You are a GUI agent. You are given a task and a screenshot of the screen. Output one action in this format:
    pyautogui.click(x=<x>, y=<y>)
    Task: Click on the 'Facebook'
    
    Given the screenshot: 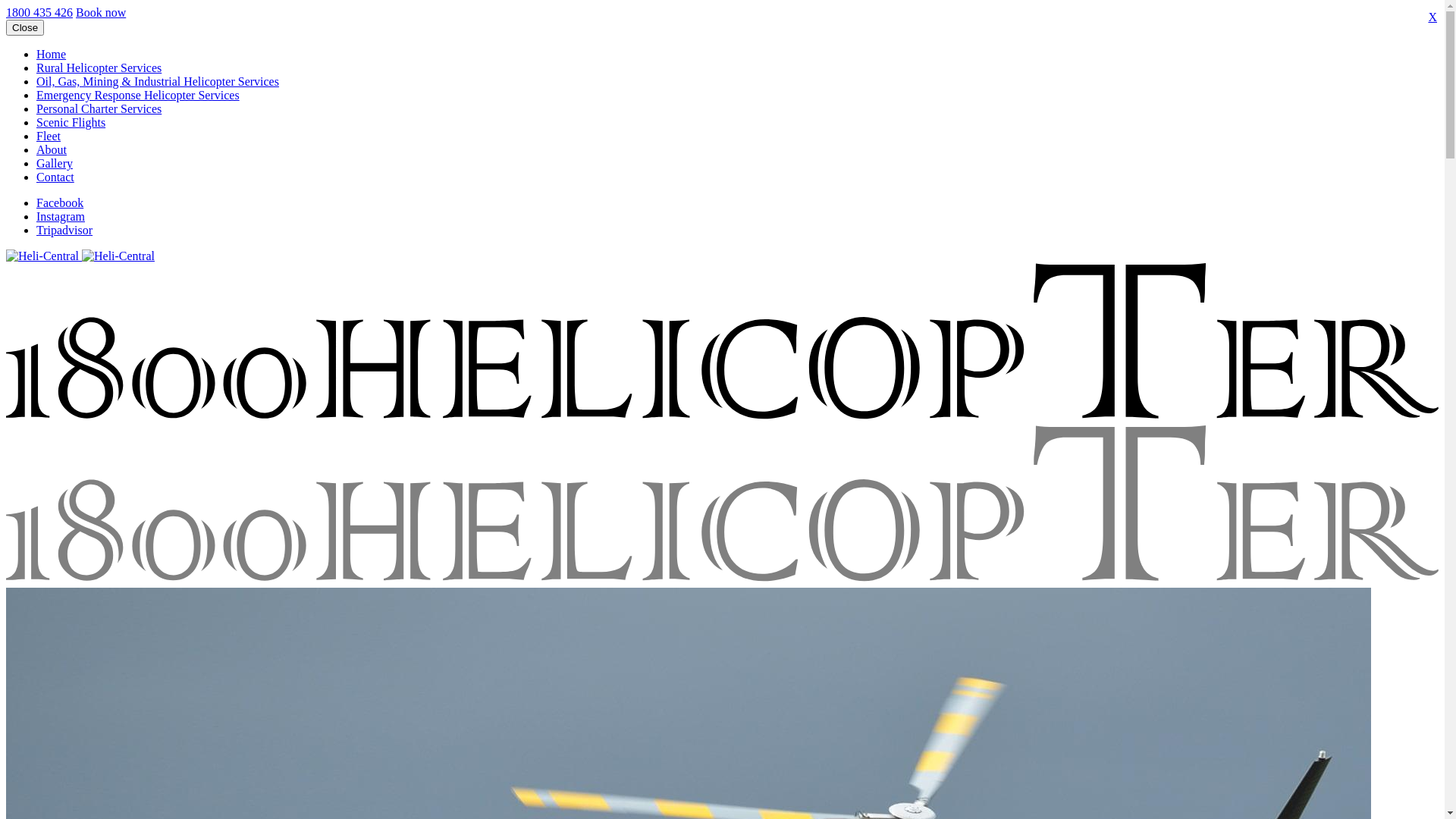 What is the action you would take?
    pyautogui.click(x=59, y=202)
    